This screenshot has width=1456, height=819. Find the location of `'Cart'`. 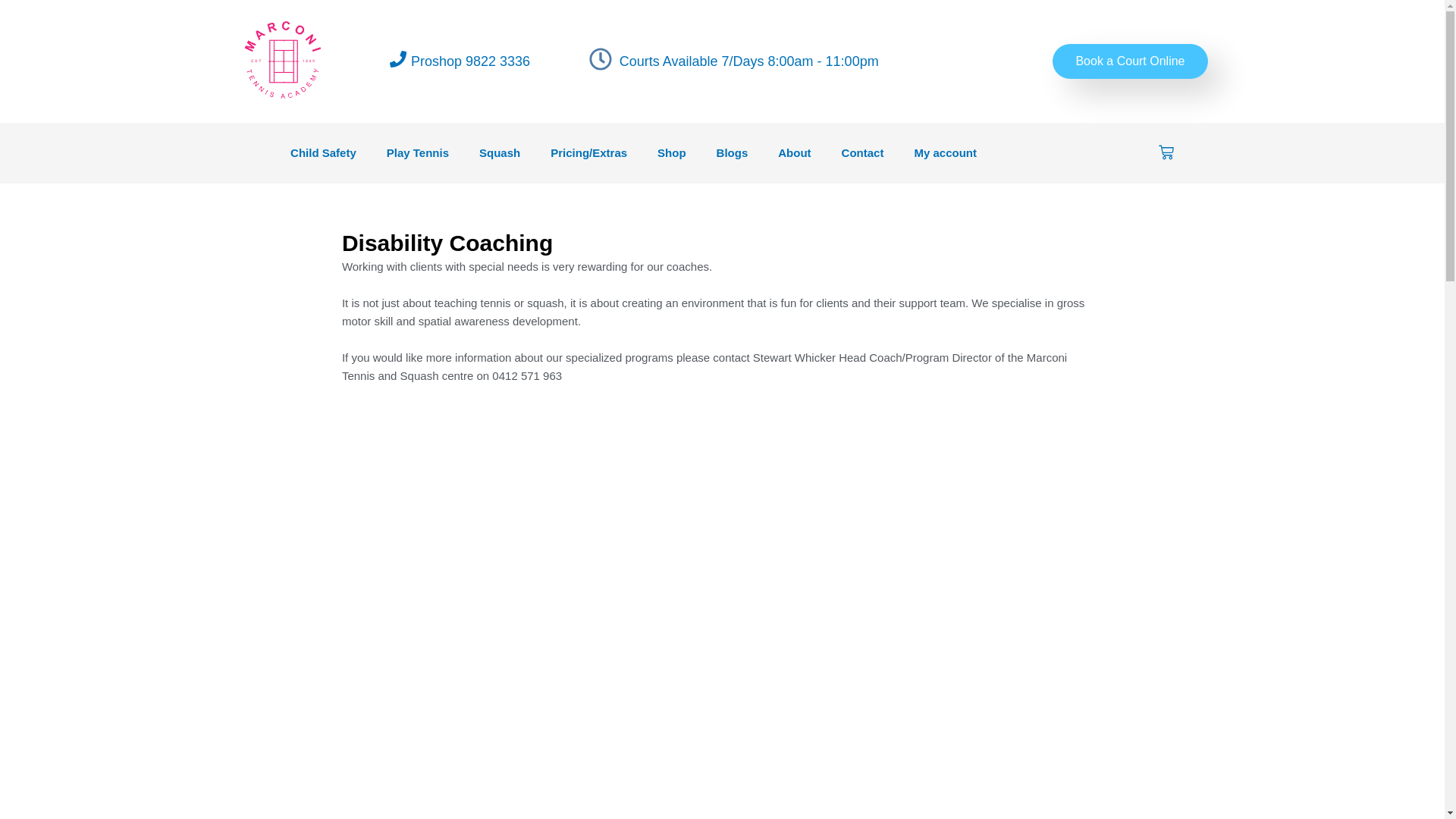

'Cart' is located at coordinates (1165, 152).